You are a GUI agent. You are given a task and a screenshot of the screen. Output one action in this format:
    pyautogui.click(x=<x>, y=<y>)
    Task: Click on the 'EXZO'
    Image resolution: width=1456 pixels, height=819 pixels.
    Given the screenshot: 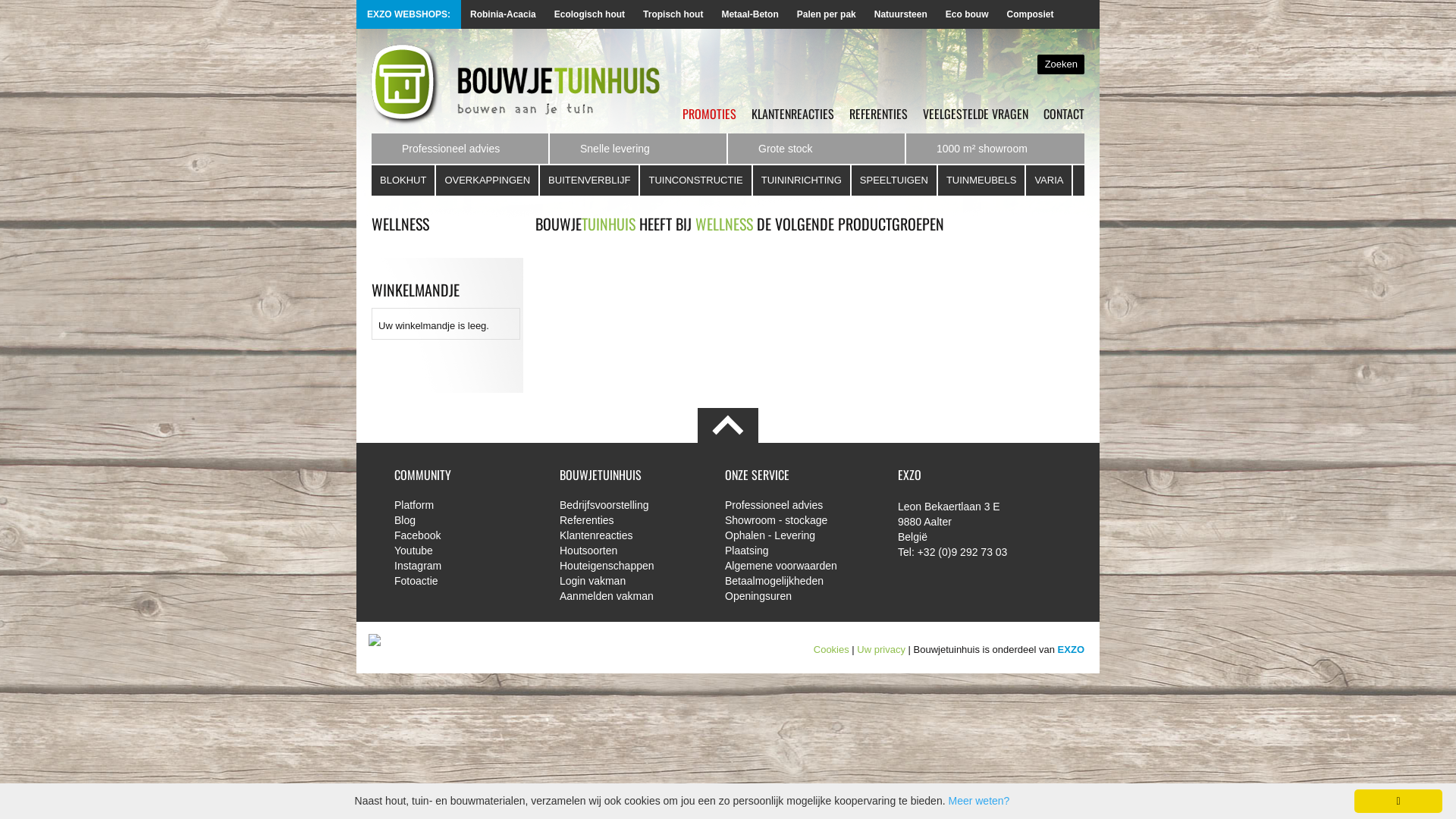 What is the action you would take?
    pyautogui.click(x=1070, y=648)
    